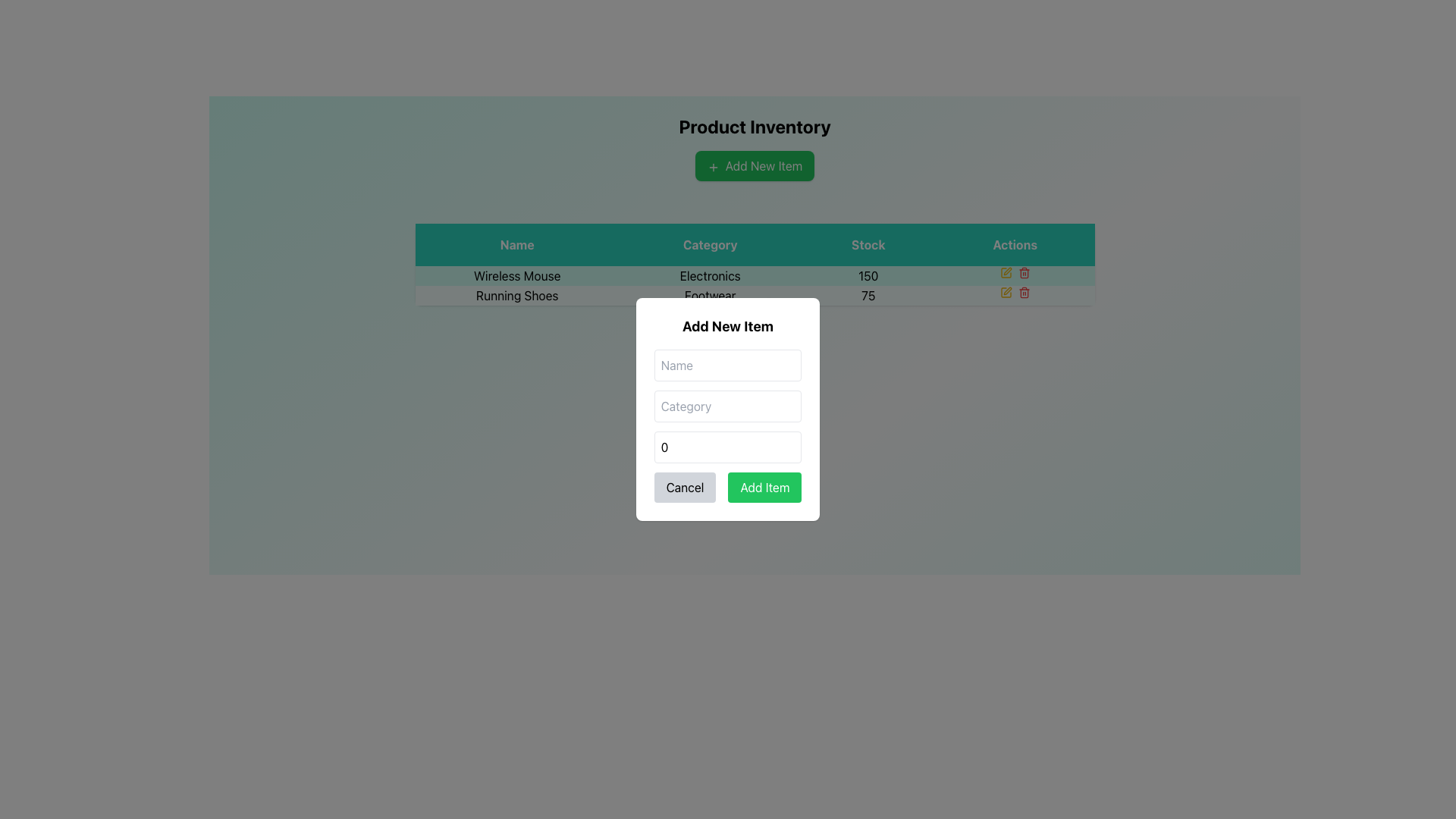  Describe the element at coordinates (1007, 271) in the screenshot. I see `the pen icon button in the 'Actions' column of the data table for the item 'Wireless Mouse' to initiate an edit action` at that location.